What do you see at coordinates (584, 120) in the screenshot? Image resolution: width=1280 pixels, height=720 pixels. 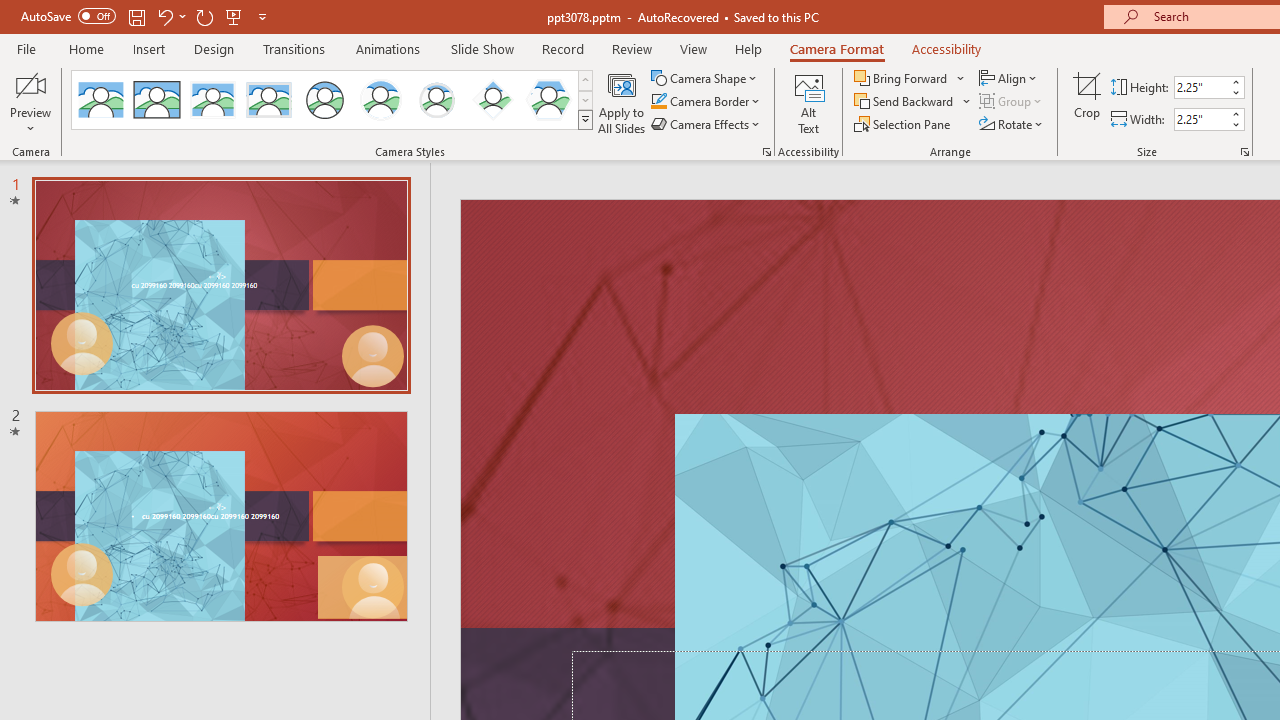 I see `'Camera Styles'` at bounding box center [584, 120].